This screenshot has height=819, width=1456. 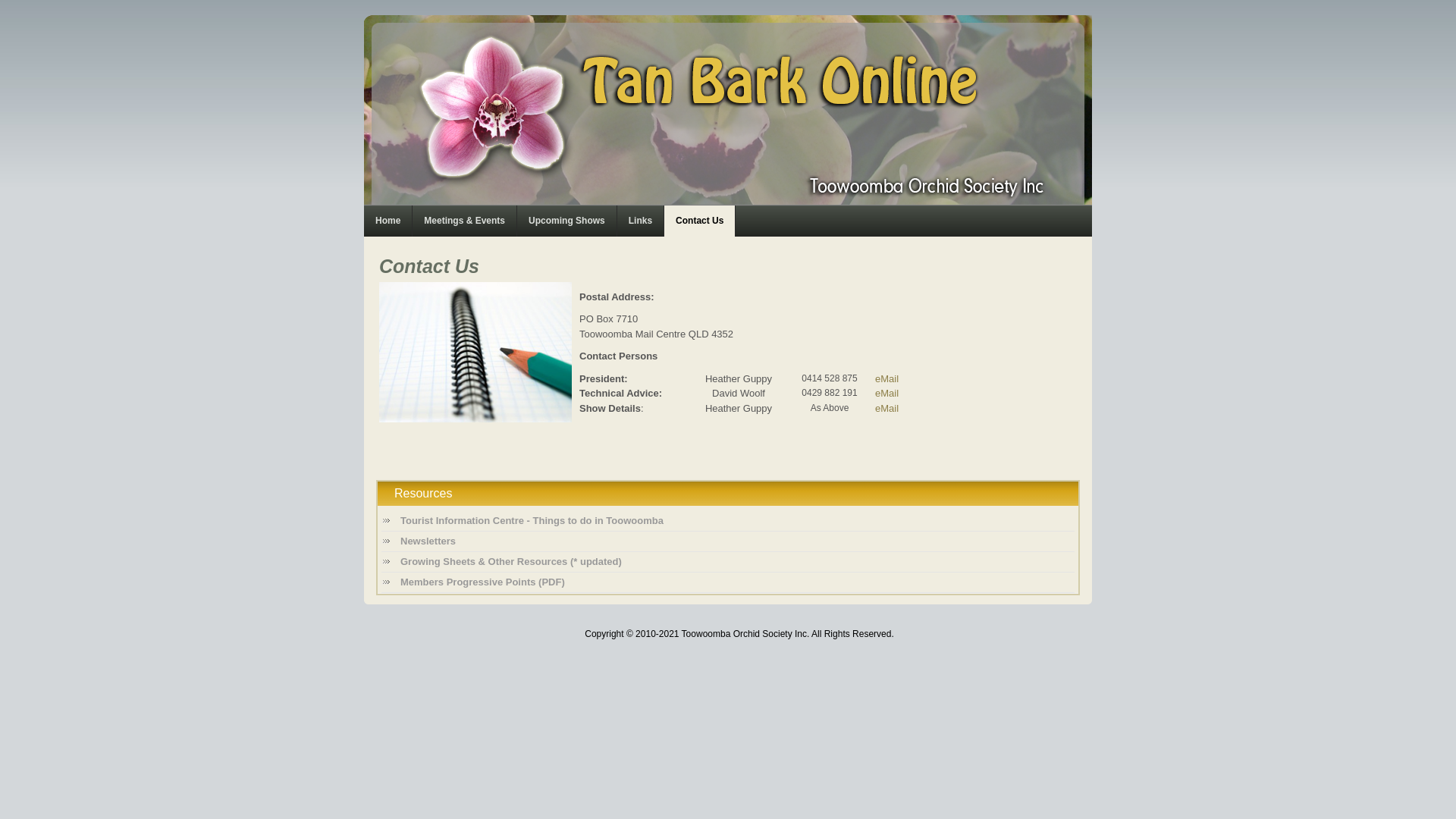 What do you see at coordinates (728, 581) in the screenshot?
I see `'Members Progressive Points (PDF)'` at bounding box center [728, 581].